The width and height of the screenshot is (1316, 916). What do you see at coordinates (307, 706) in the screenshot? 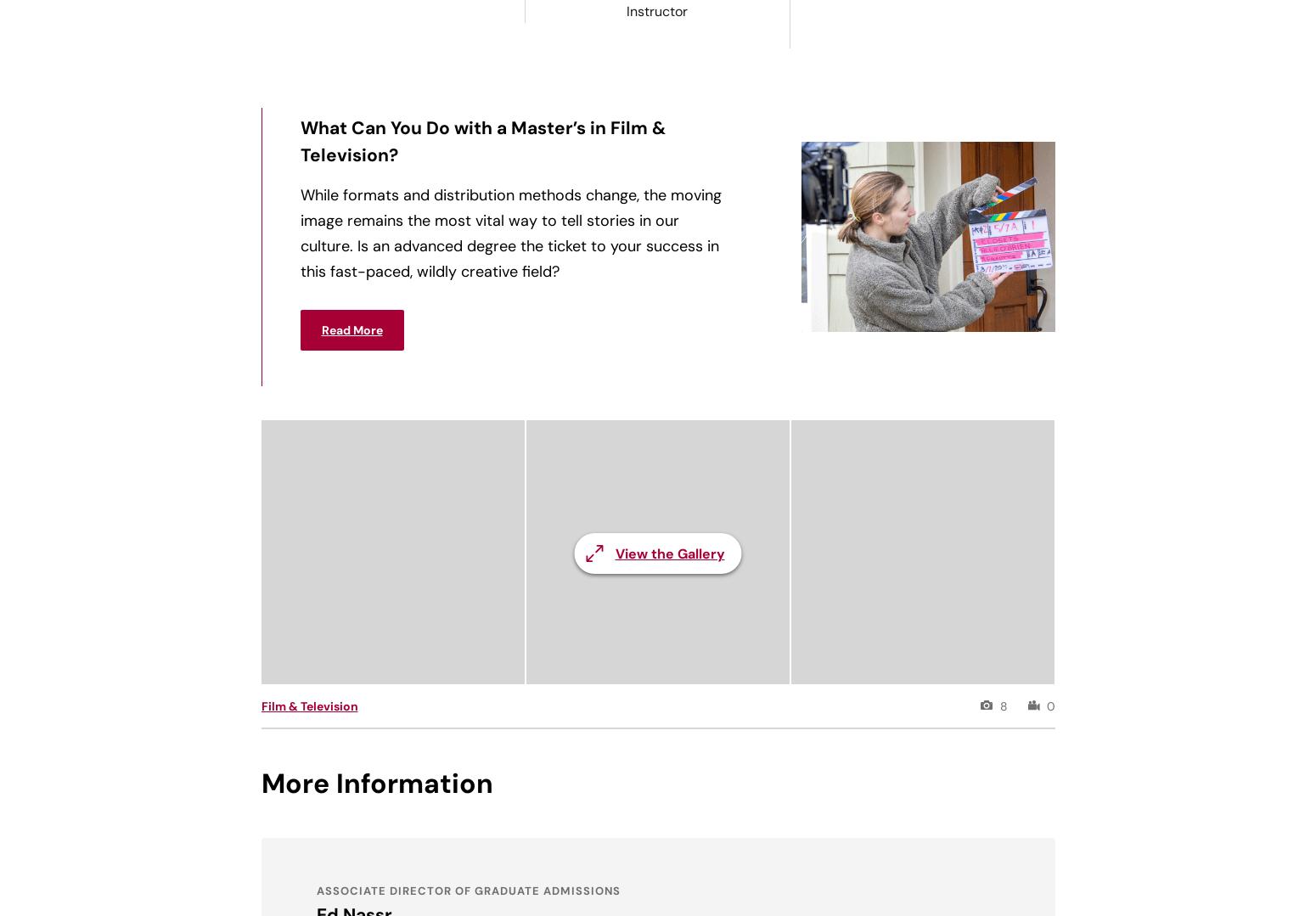
I see `'Film & Television'` at bounding box center [307, 706].